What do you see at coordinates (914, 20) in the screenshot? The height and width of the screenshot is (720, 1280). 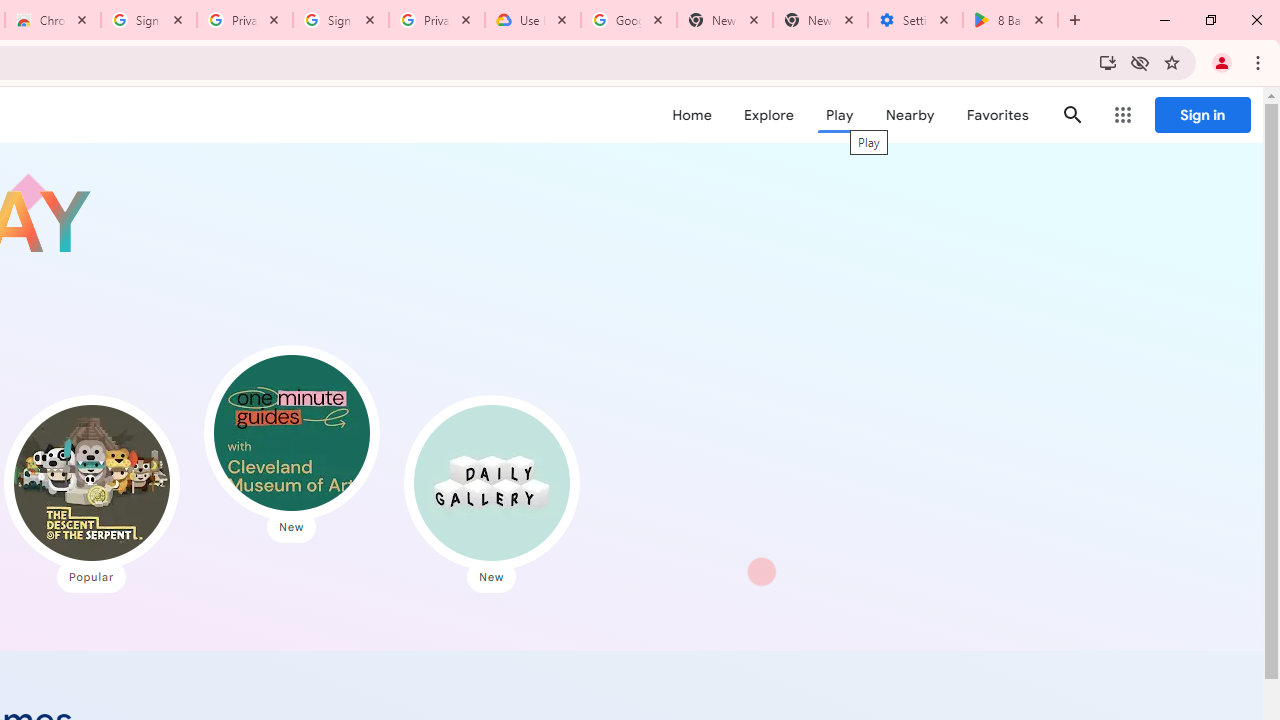 I see `'Settings - System'` at bounding box center [914, 20].